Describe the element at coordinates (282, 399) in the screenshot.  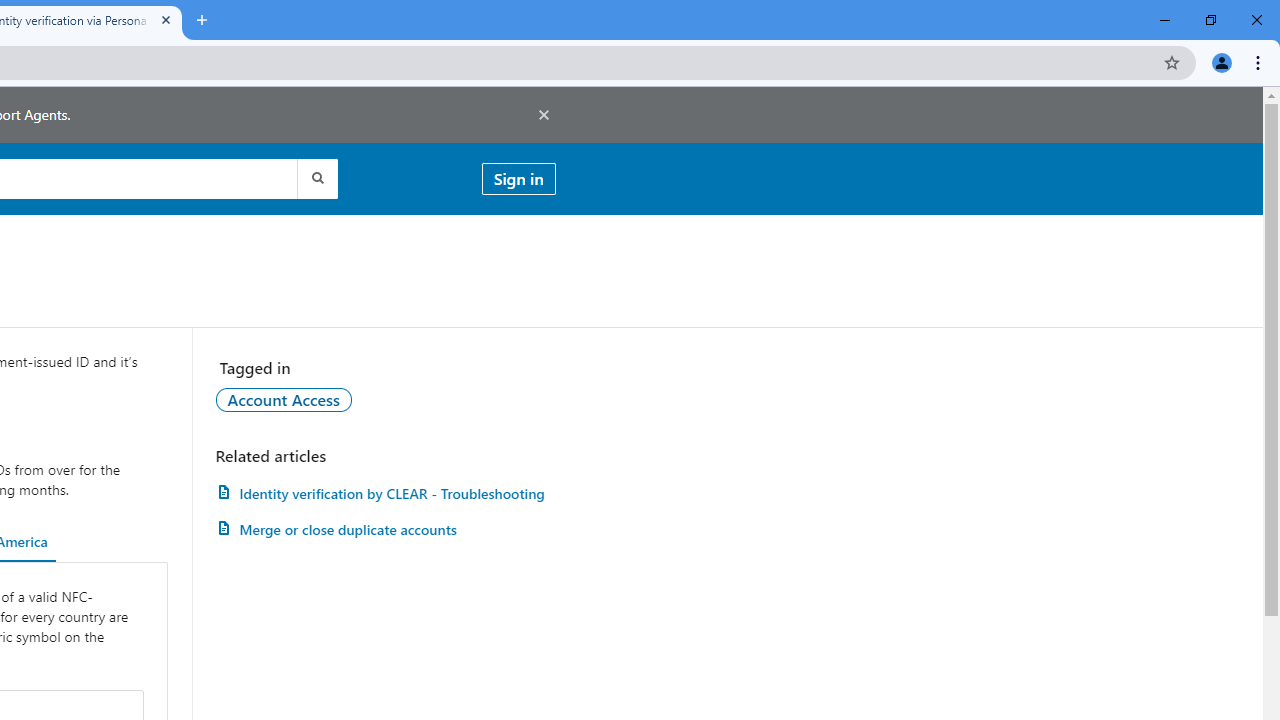
I see `'Account Access'` at that location.